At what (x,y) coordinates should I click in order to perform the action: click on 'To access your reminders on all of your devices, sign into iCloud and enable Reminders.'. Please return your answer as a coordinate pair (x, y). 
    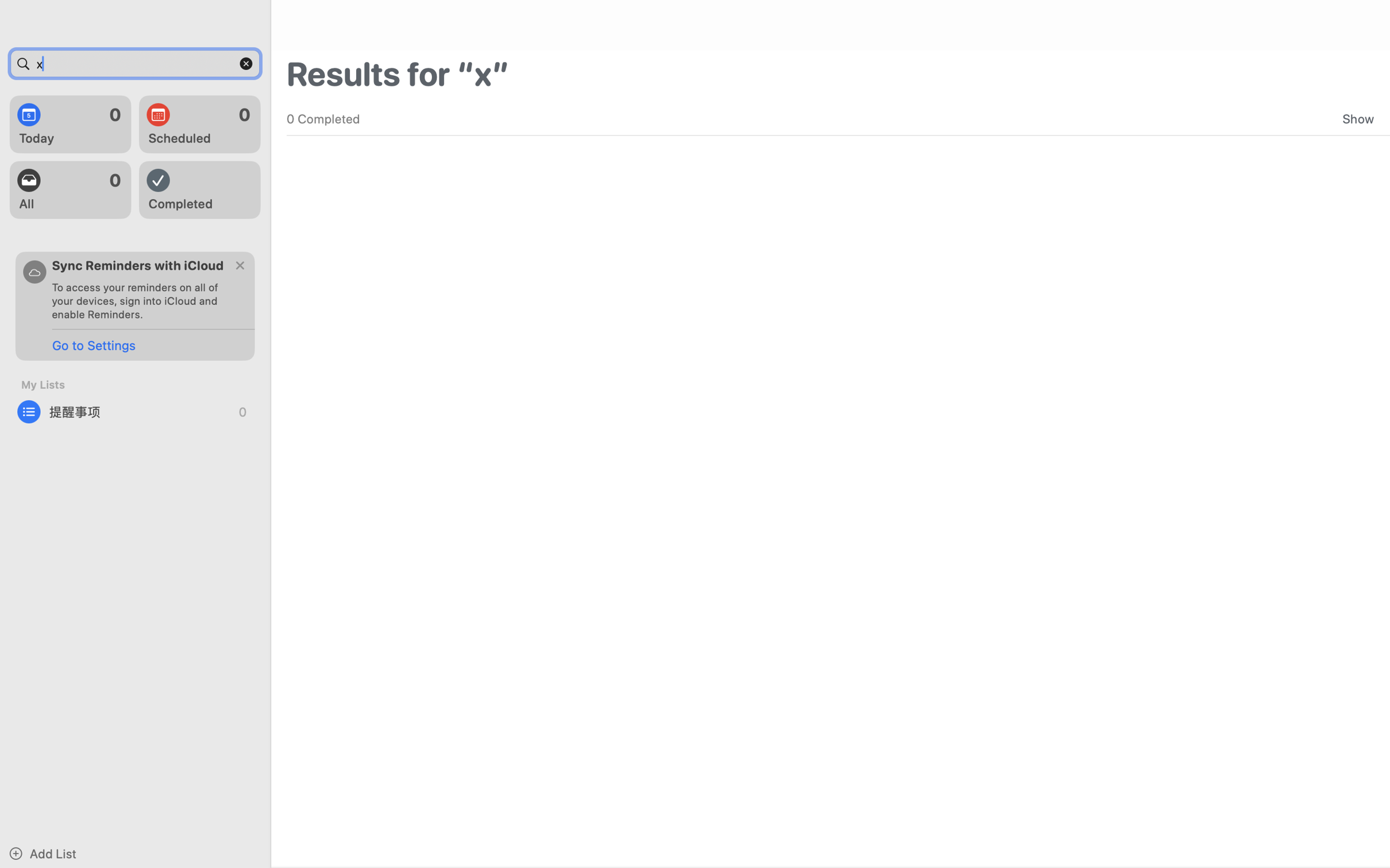
    Looking at the image, I should click on (139, 300).